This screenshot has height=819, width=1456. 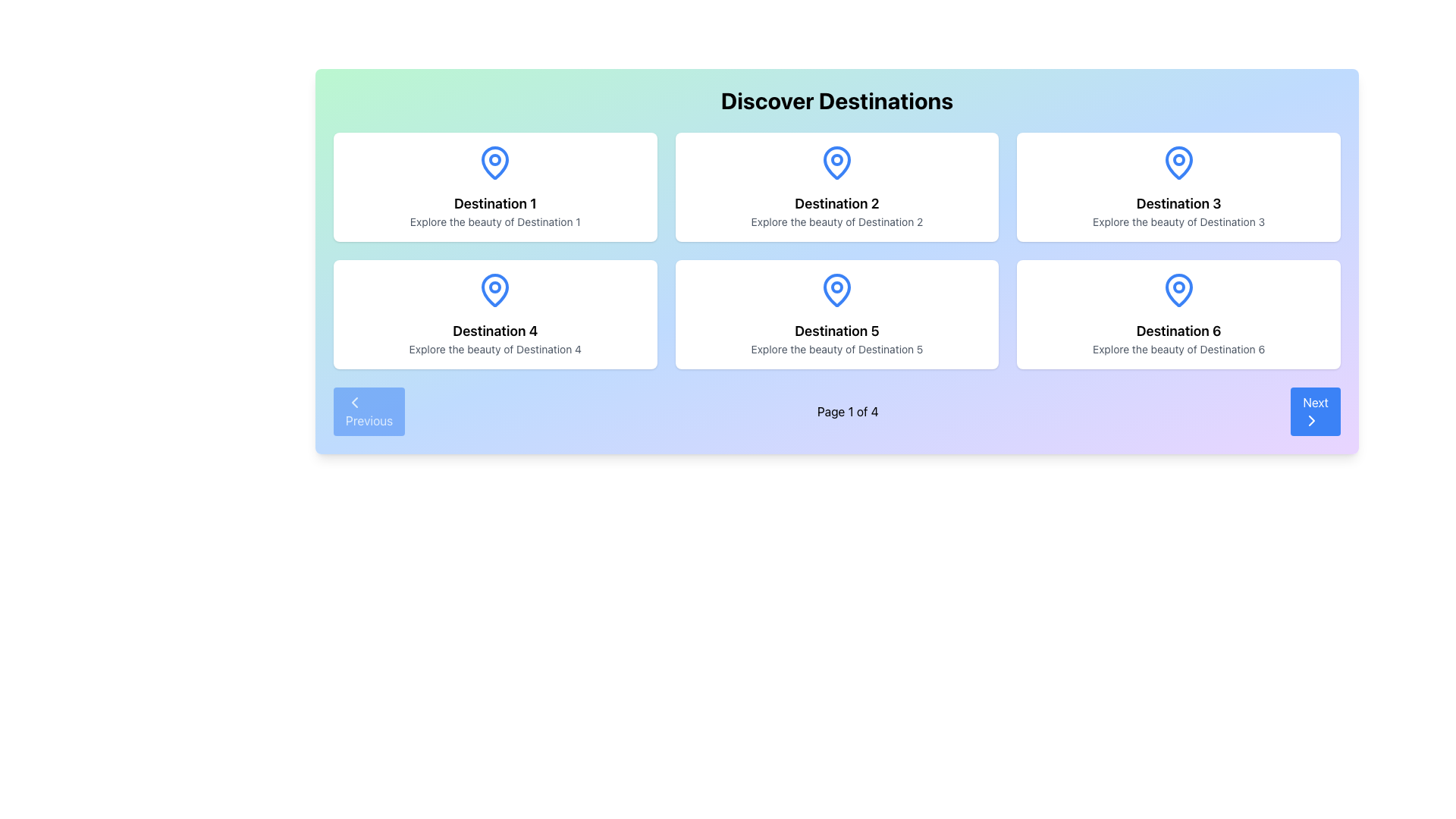 I want to click on the circular icon within the location pin for 'Destination 4', which is styled with a blue outline and located in the bottom-left corner of the grid layout, so click(x=495, y=287).